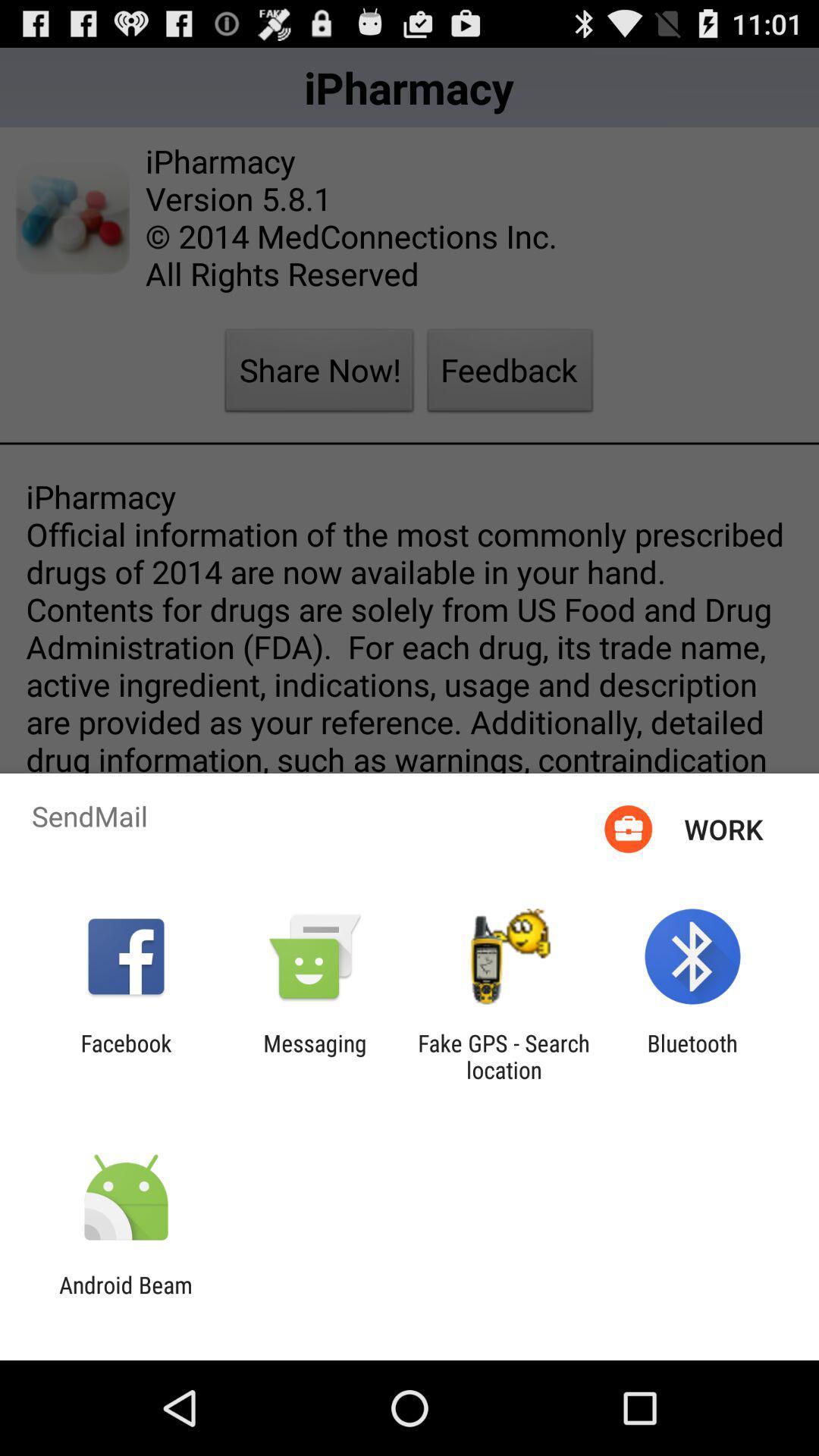  I want to click on messaging app, so click(314, 1056).